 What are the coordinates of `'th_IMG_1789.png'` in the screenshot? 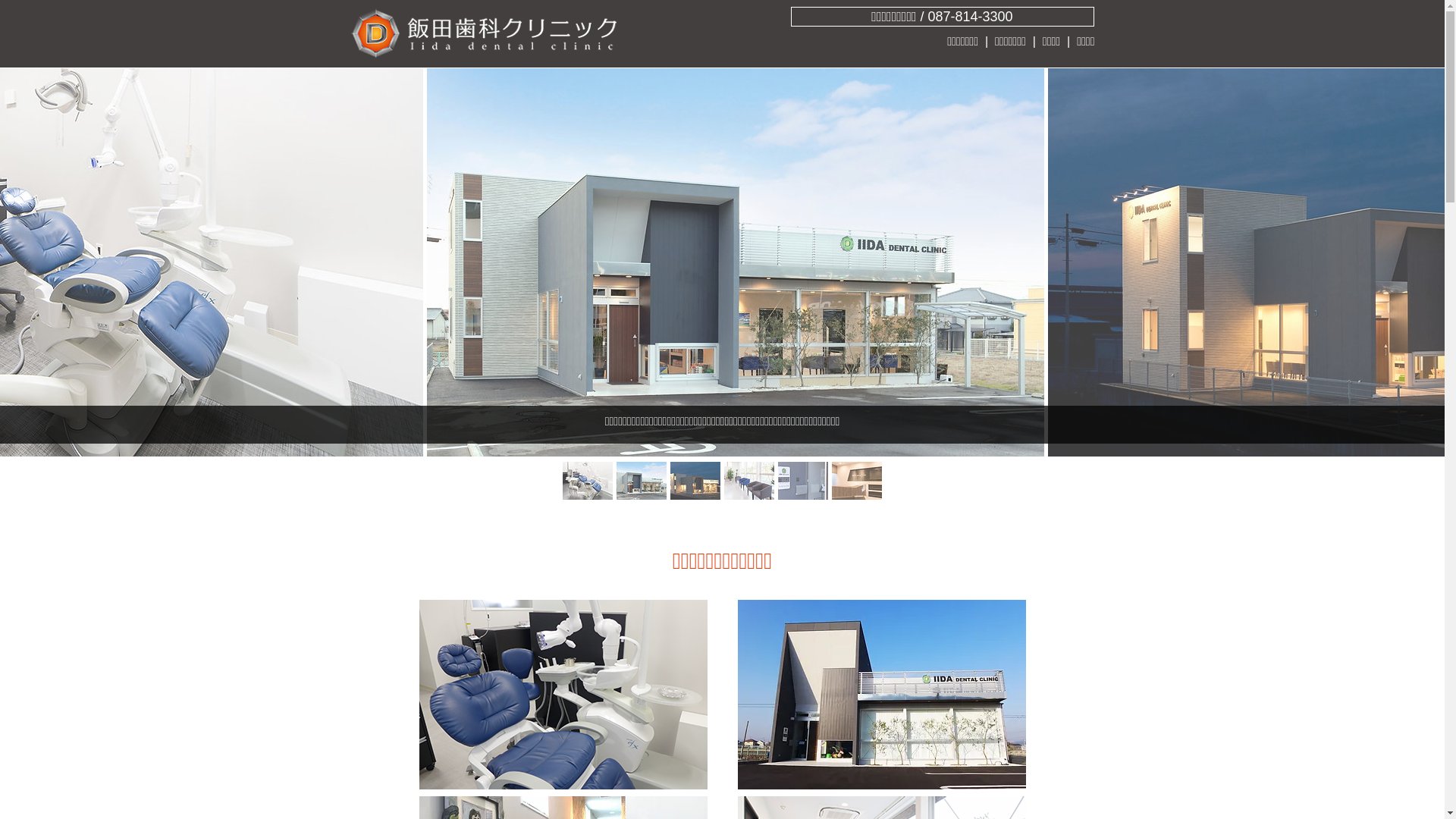 It's located at (880, 694).